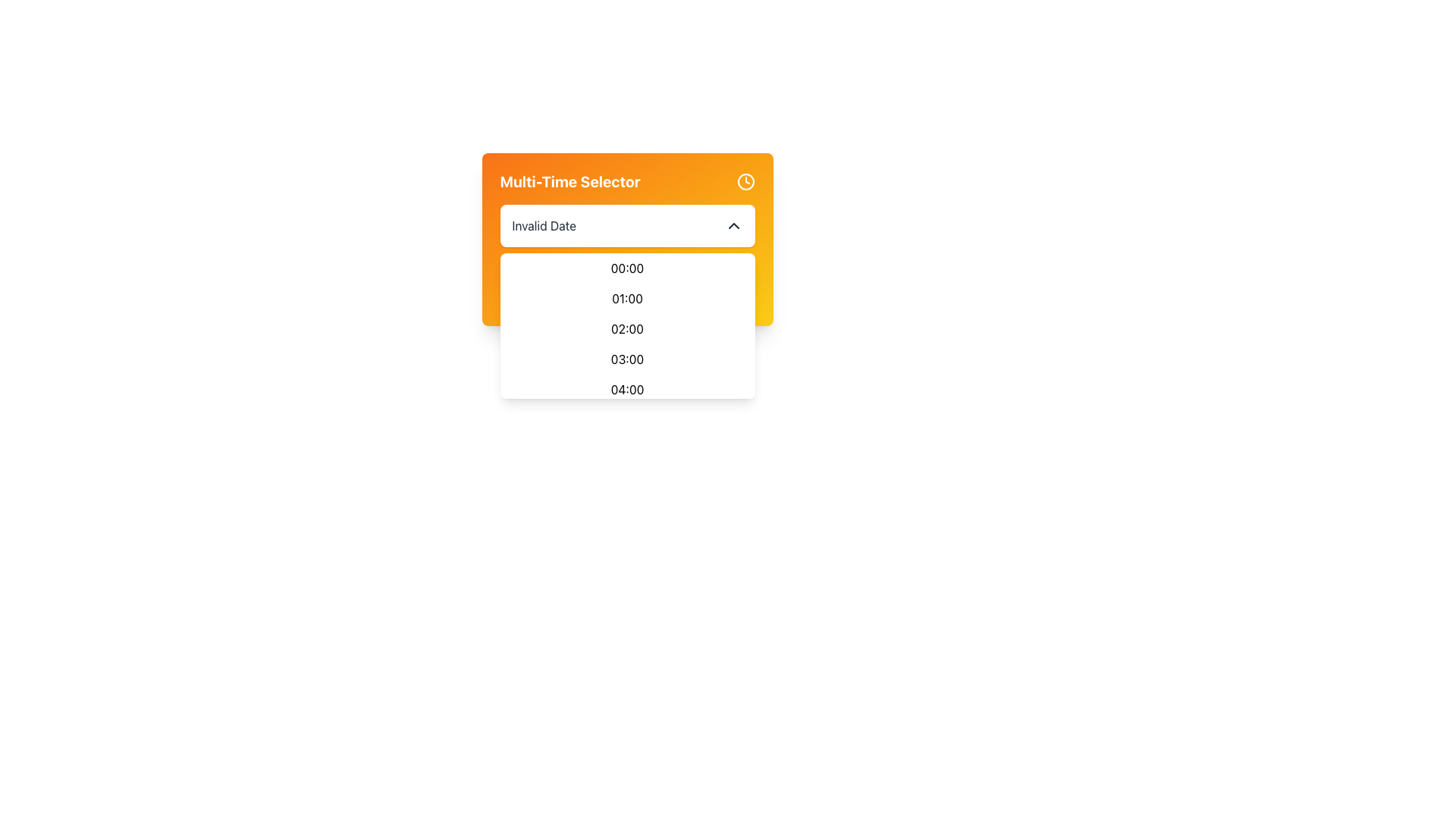  Describe the element at coordinates (627, 298) in the screenshot. I see `to select the time '01:00' from the dropdown list, which is visually represented by the string '01:00' in black text on a white background, as the second item in the list` at that location.